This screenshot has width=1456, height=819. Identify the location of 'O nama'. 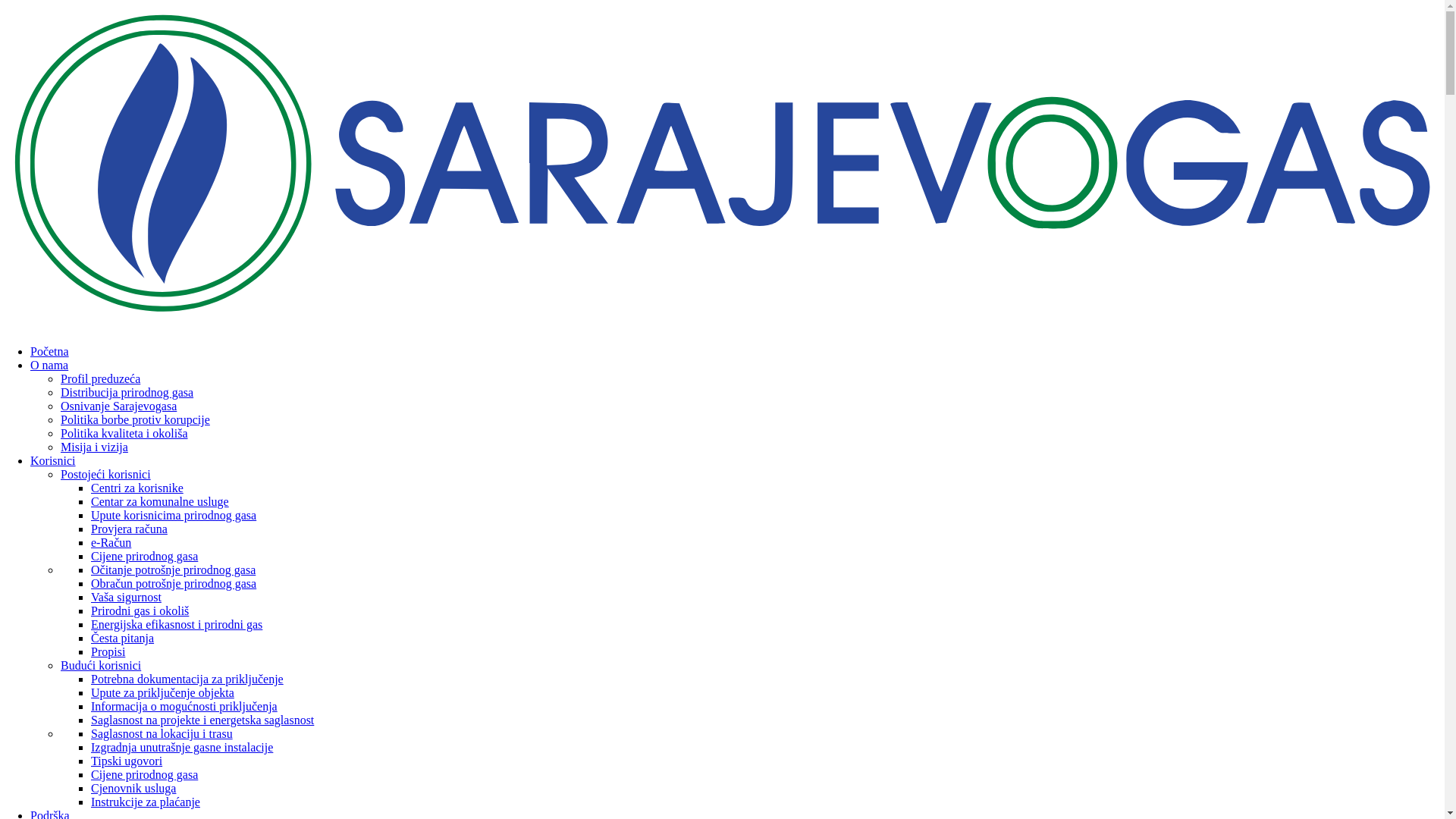
(49, 365).